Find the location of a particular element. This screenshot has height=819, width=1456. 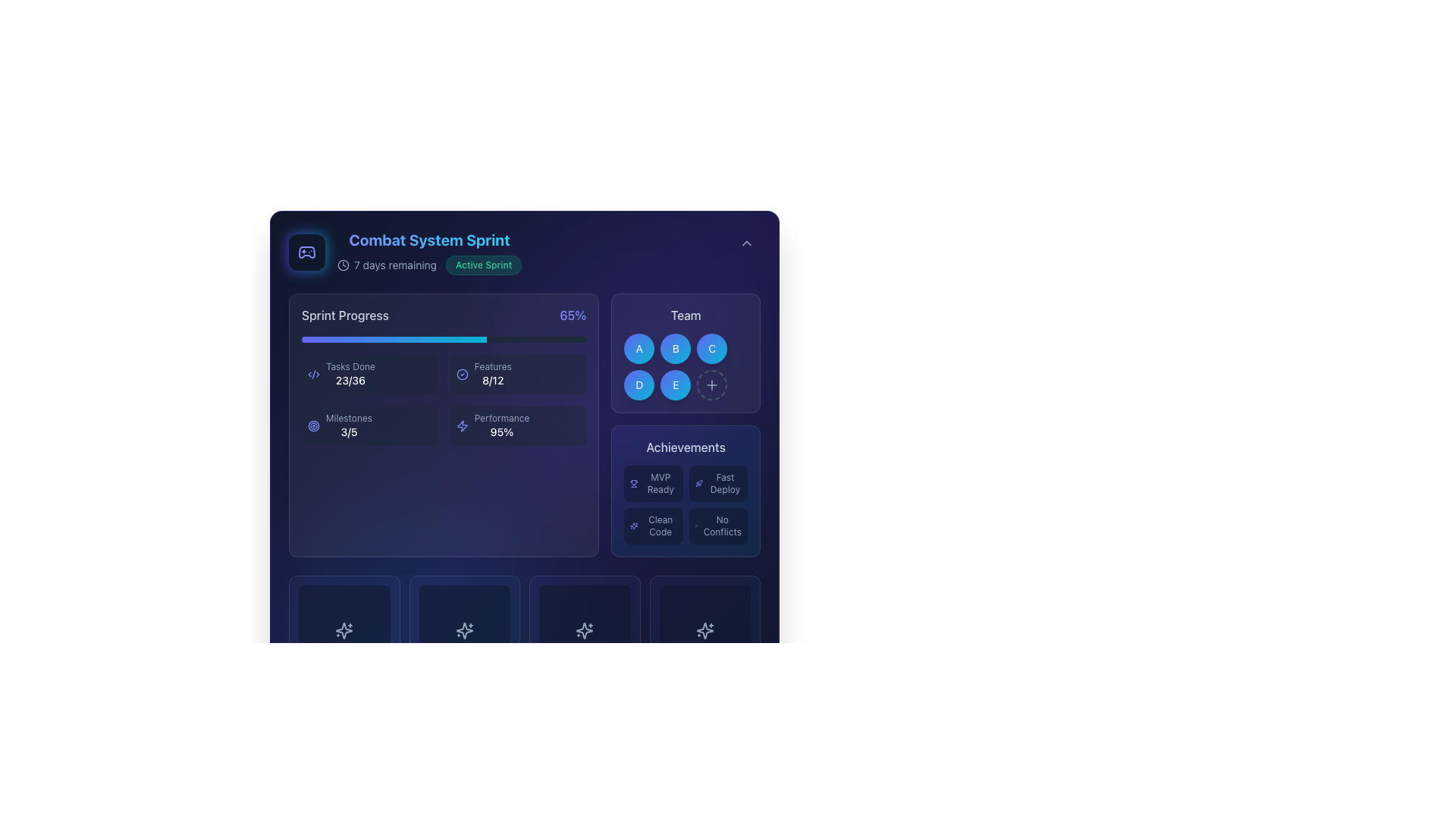

the achievement card in the 'Achievements' section is located at coordinates (685, 425).